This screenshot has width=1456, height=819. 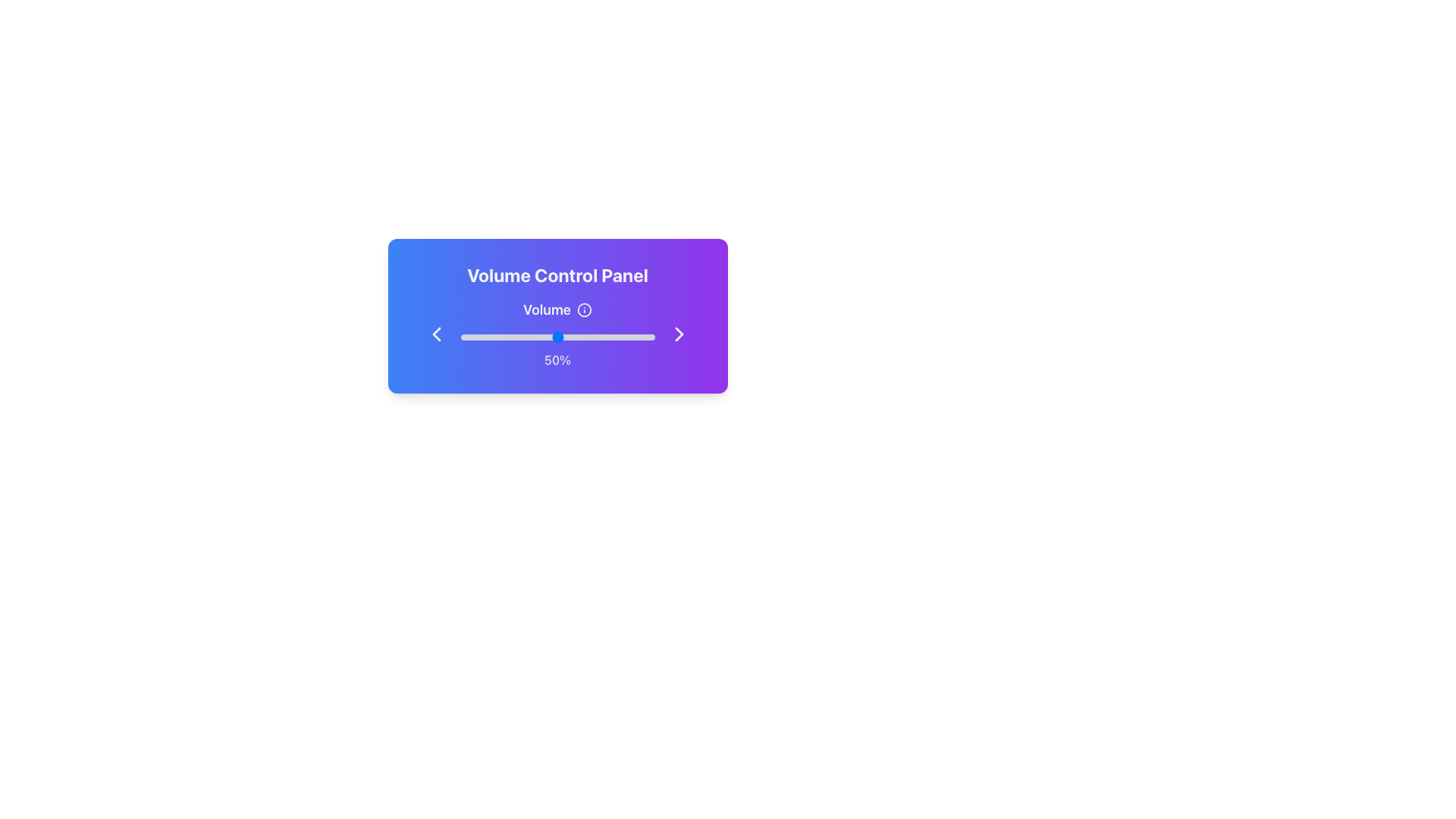 I want to click on the volume level, so click(x=589, y=336).